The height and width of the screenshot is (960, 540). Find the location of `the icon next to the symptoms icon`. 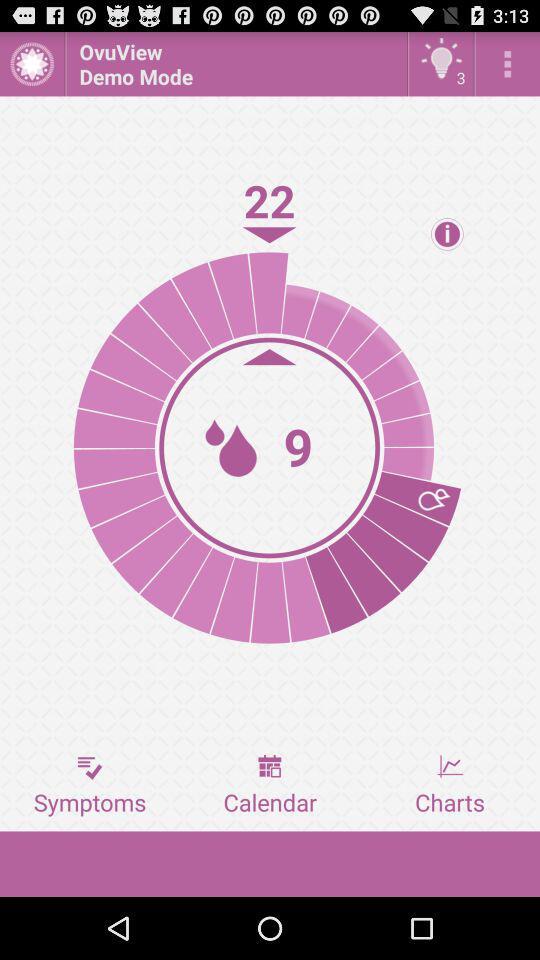

the icon next to the symptoms icon is located at coordinates (270, 785).